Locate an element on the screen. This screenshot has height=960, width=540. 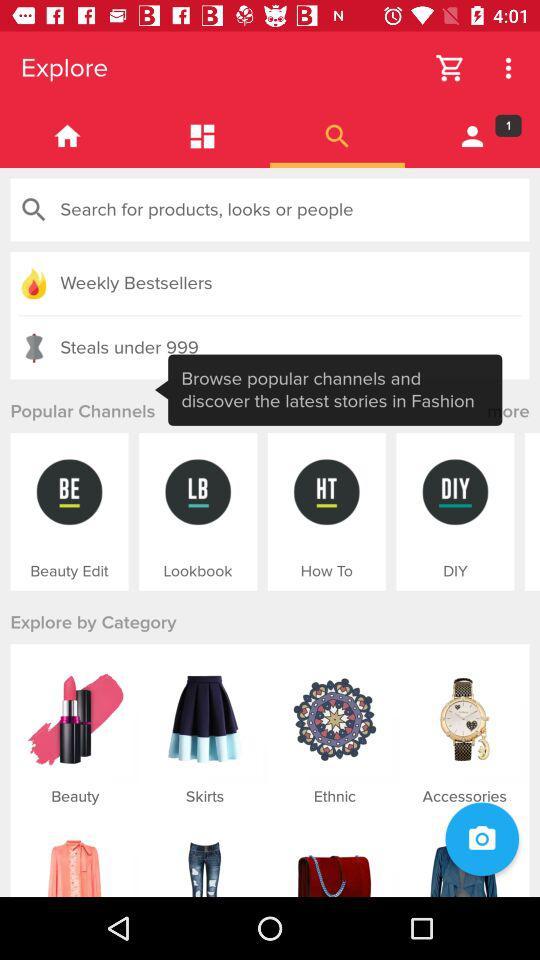
take a photo or upload an existing photo is located at coordinates (481, 839).